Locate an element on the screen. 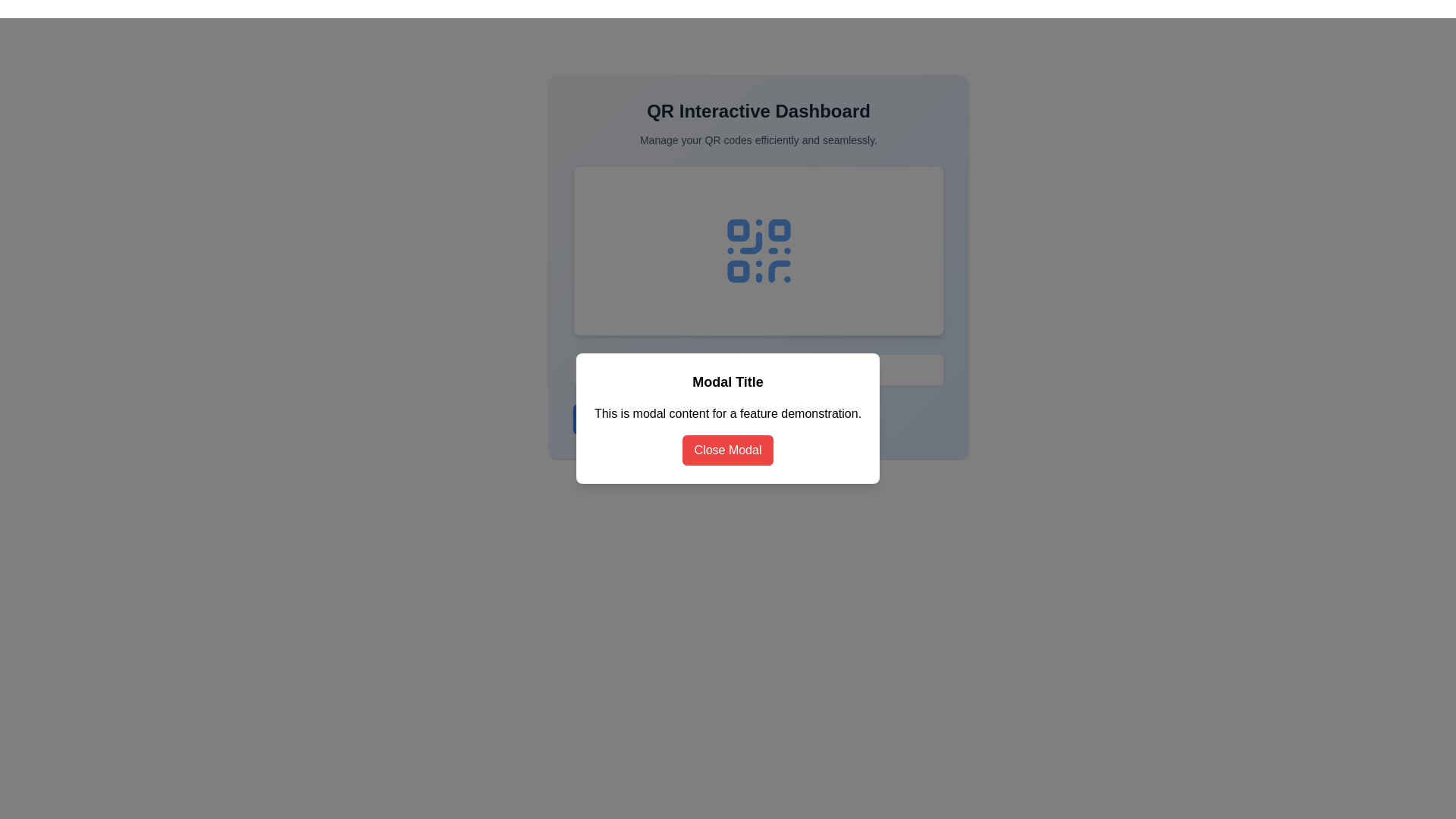 This screenshot has height=819, width=1456. the heading text element that signifies the main topic or theme of the modal dialog, positioned above the subtitle 'Manage your QR codes efficiently and seamlessly.' is located at coordinates (758, 110).